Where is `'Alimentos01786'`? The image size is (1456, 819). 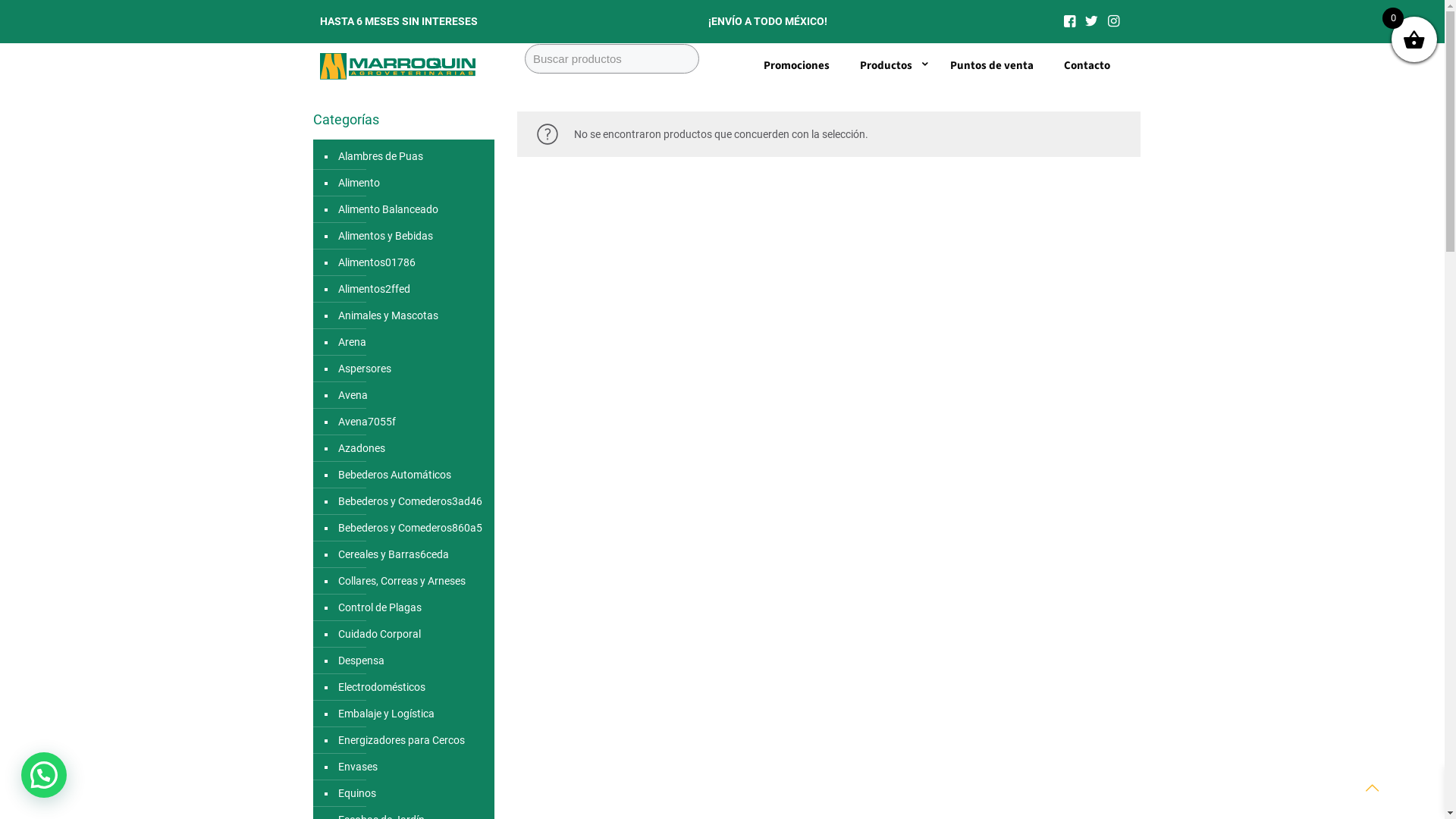 'Alimentos01786' is located at coordinates (411, 262).